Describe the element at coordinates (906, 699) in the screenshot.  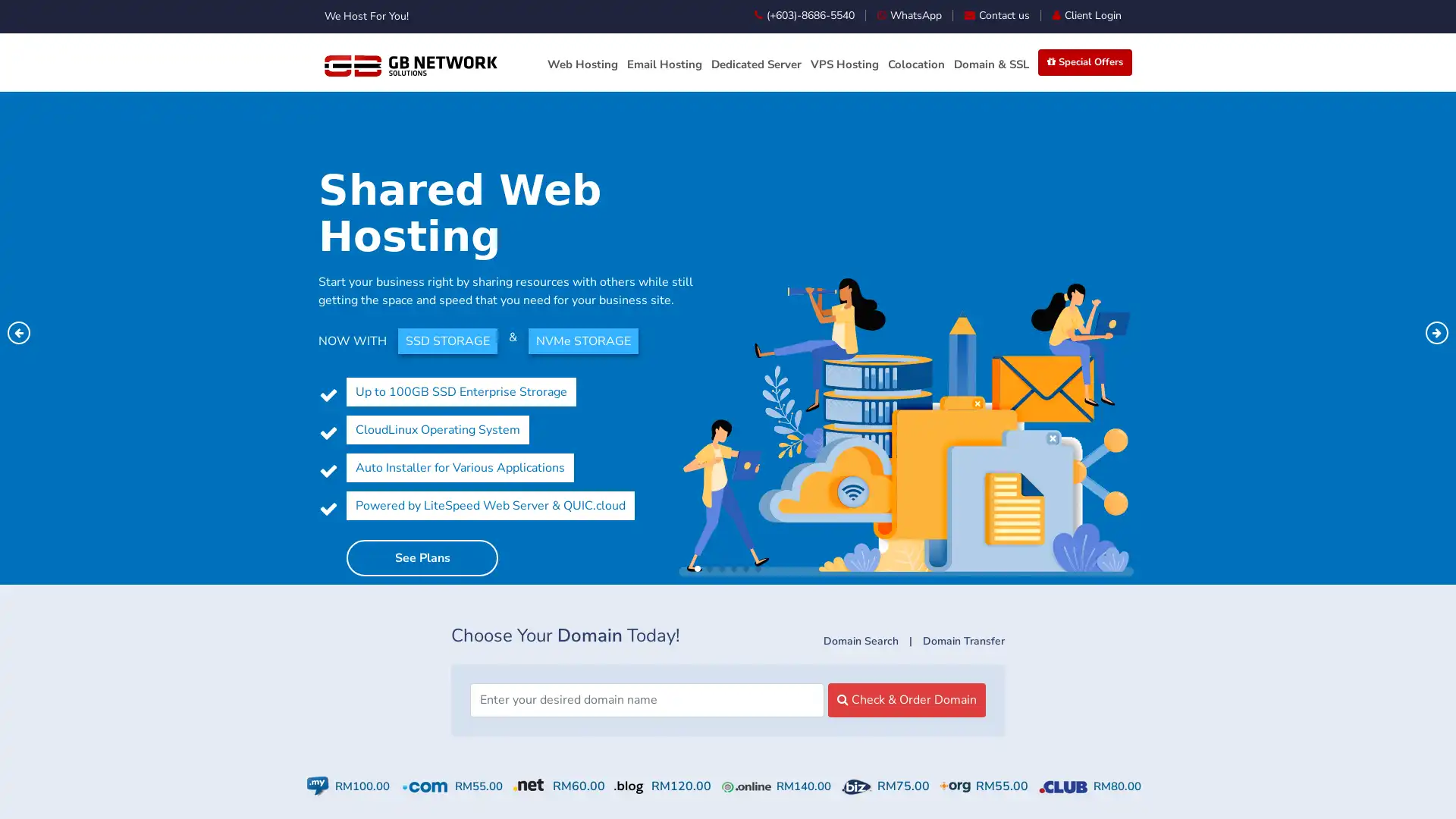
I see `Check & Order Domain` at that location.